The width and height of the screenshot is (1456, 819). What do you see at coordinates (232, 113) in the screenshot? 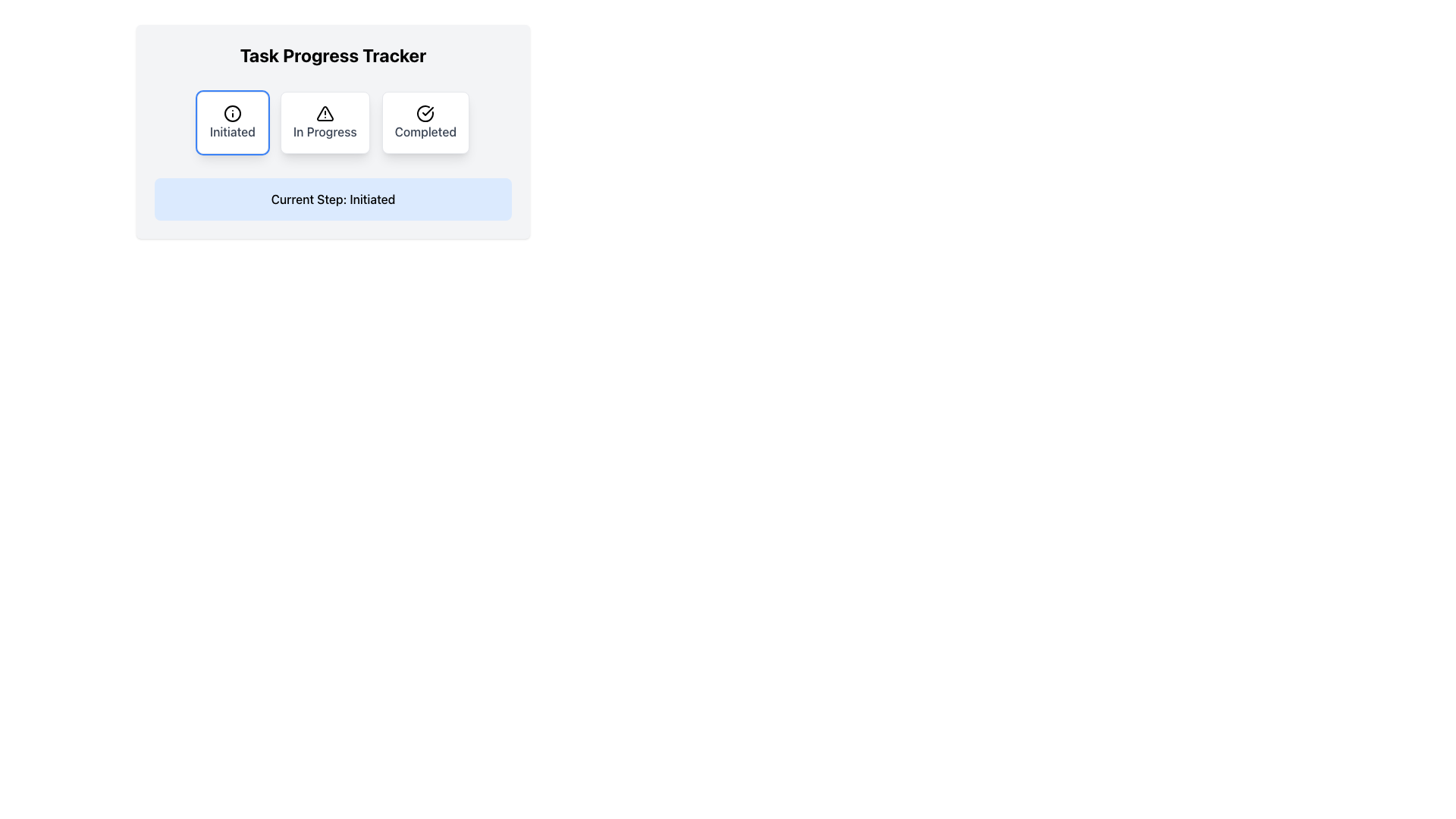
I see `the first step icon in the 'Initiated' section of the task progress tracker, which visually represents the informational state of the process stage` at bounding box center [232, 113].